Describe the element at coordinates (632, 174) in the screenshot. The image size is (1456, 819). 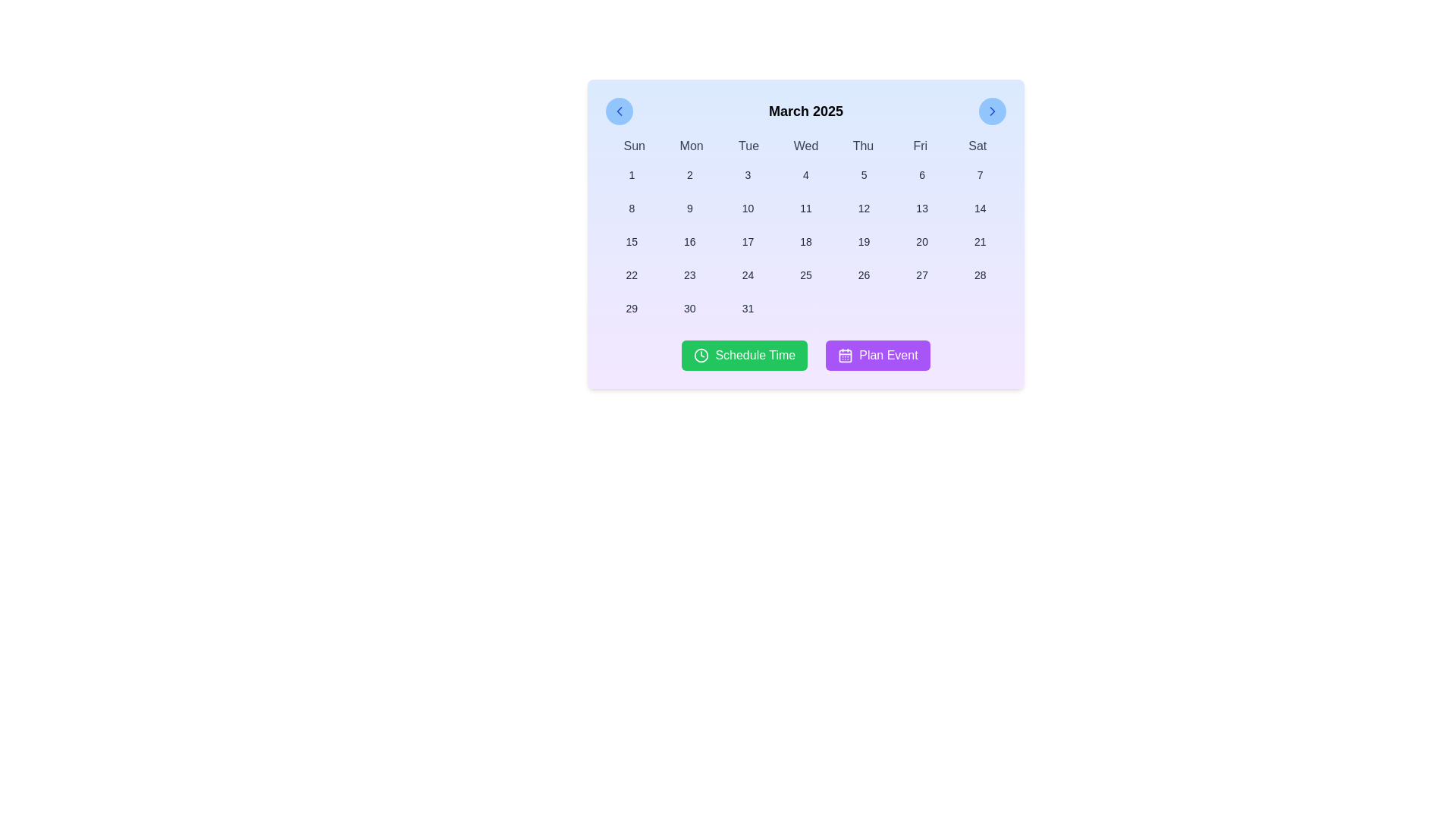
I see `the button labeled '1' in the calendar grid, which is styled with a rounded border and medium gray text, located directly under 'Sun'` at that location.